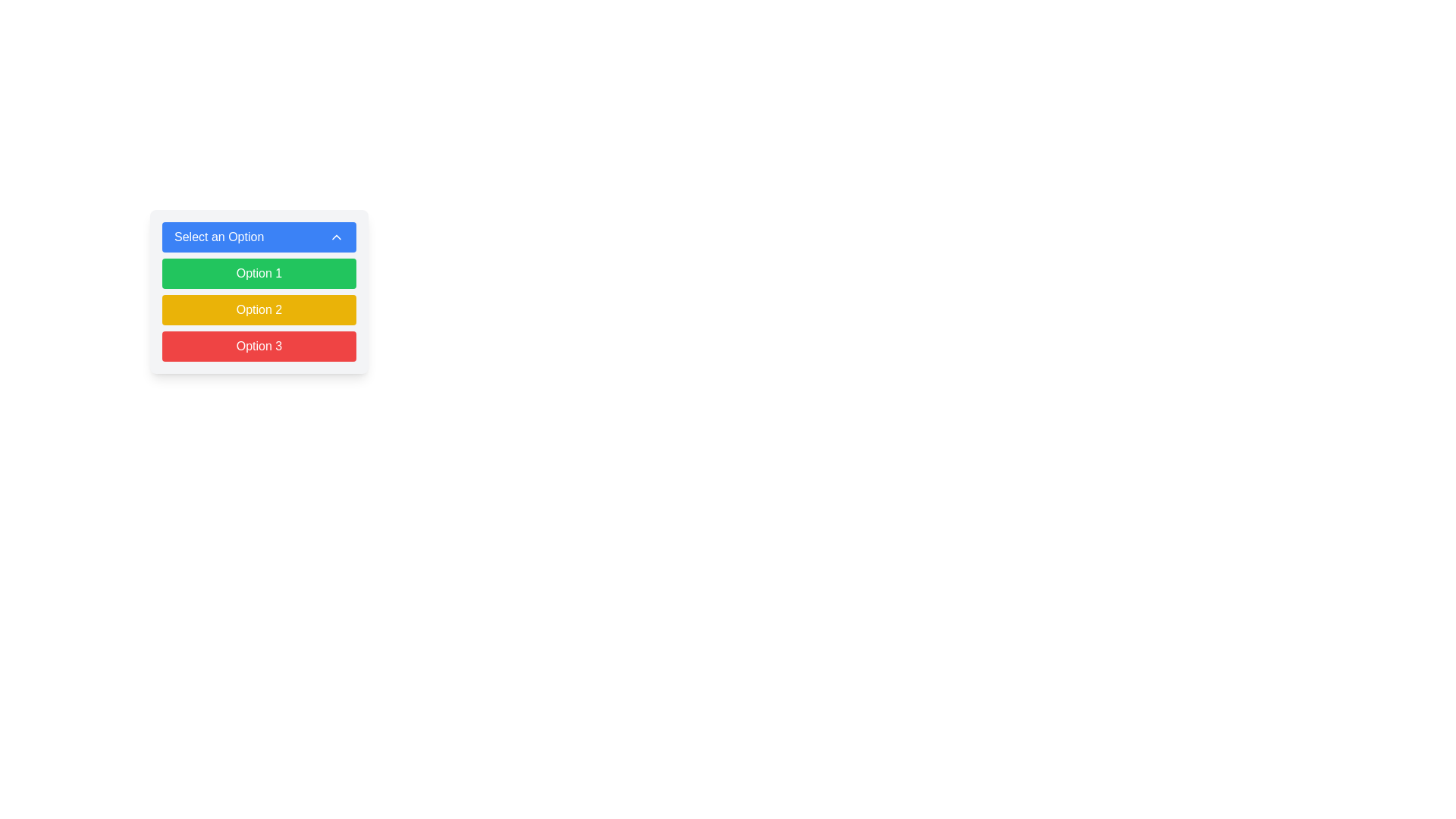 This screenshot has height=819, width=1456. What do you see at coordinates (259, 346) in the screenshot?
I see `the 'Option 3' button, which is a rectangular button with a vibrant red background and the text 'Option 3' in white` at bounding box center [259, 346].